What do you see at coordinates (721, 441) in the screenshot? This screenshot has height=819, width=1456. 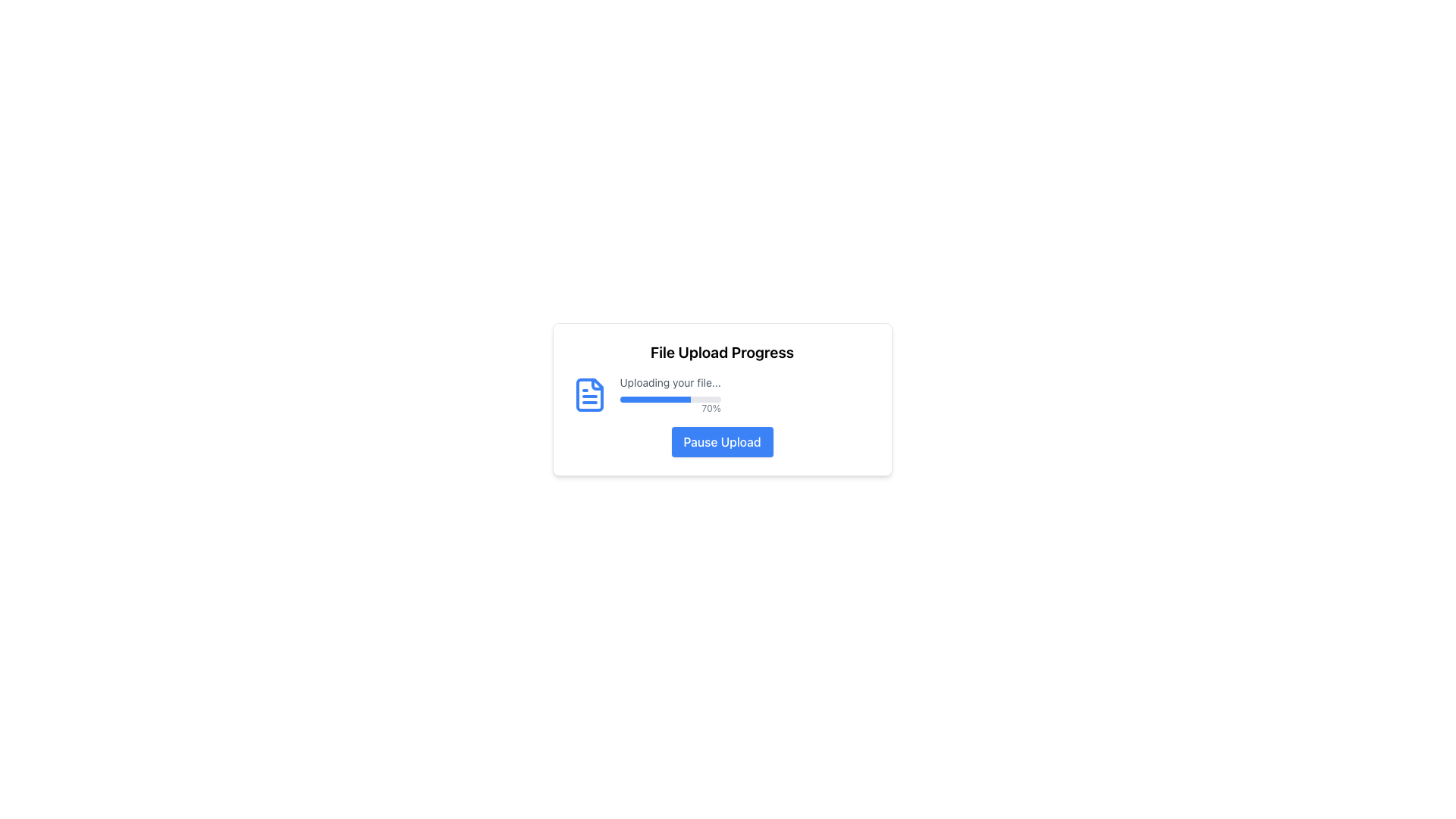 I see `the blue button labeled 'Pause Upload' with white text` at bounding box center [721, 441].